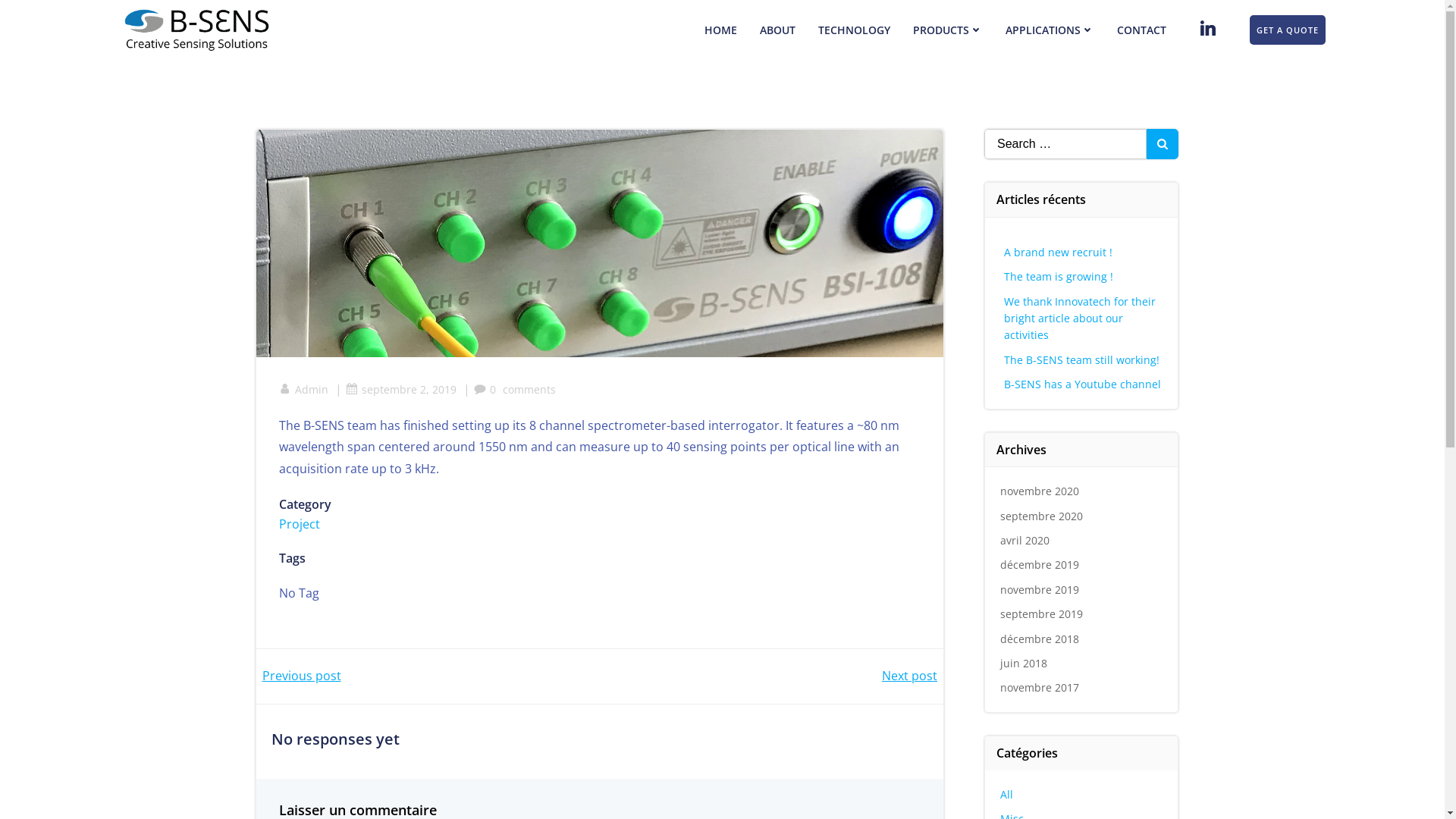 The image size is (1456, 819). I want to click on 'Previous post', so click(302, 675).